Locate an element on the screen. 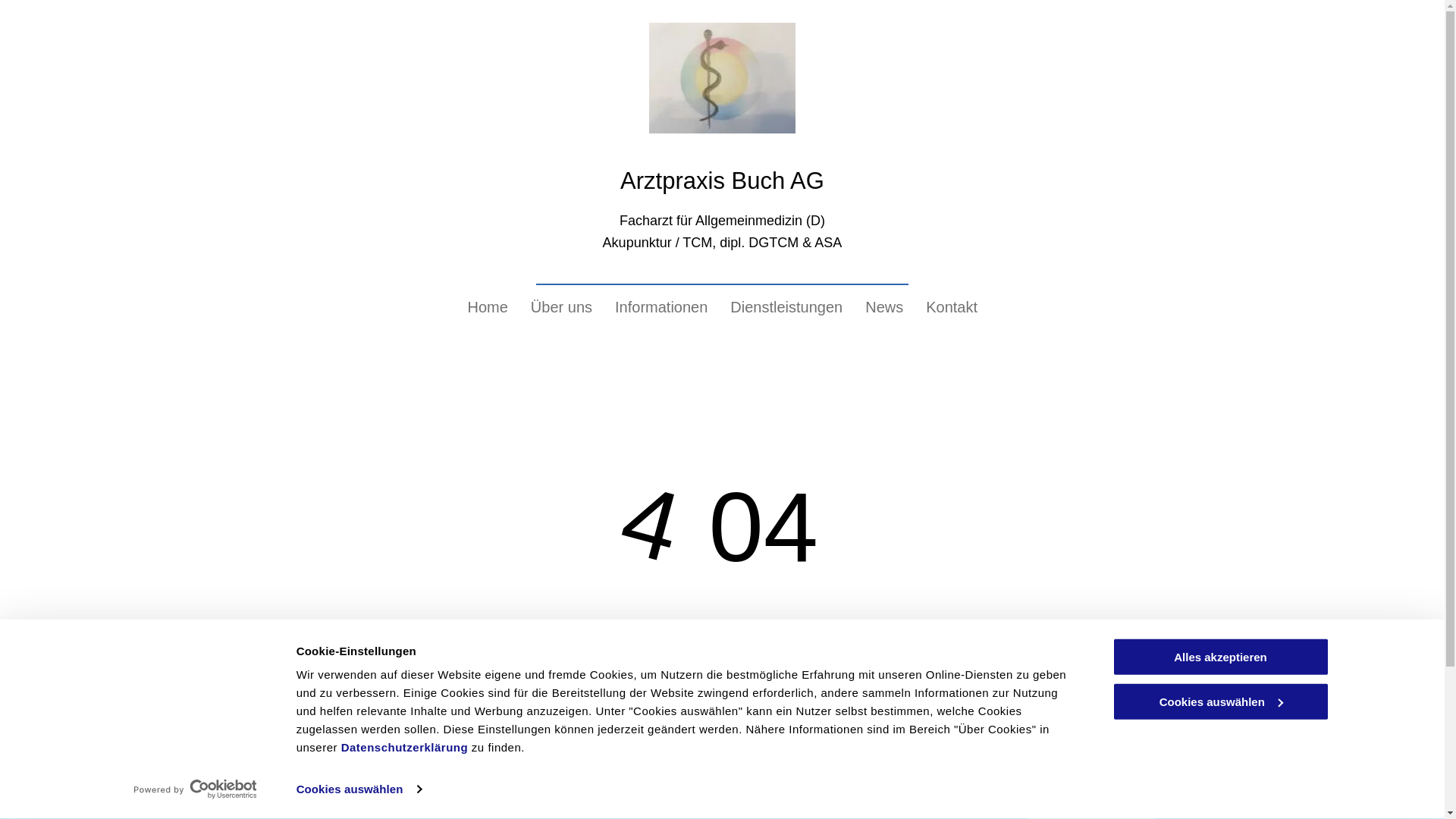 Image resolution: width=1456 pixels, height=819 pixels. 'Informationen' is located at coordinates (661, 307).